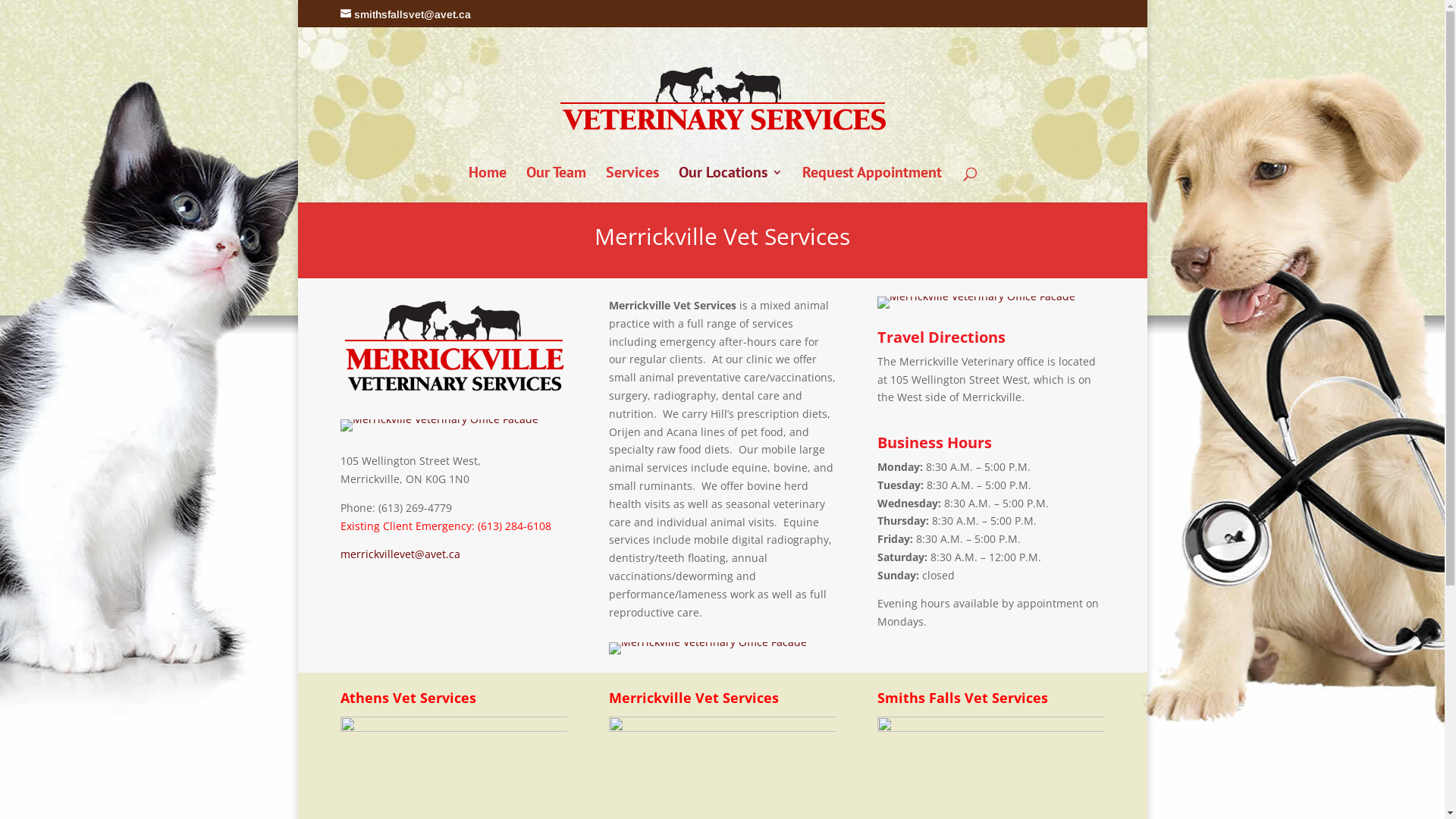 This screenshot has height=819, width=1456. I want to click on 'Our Team', so click(555, 184).